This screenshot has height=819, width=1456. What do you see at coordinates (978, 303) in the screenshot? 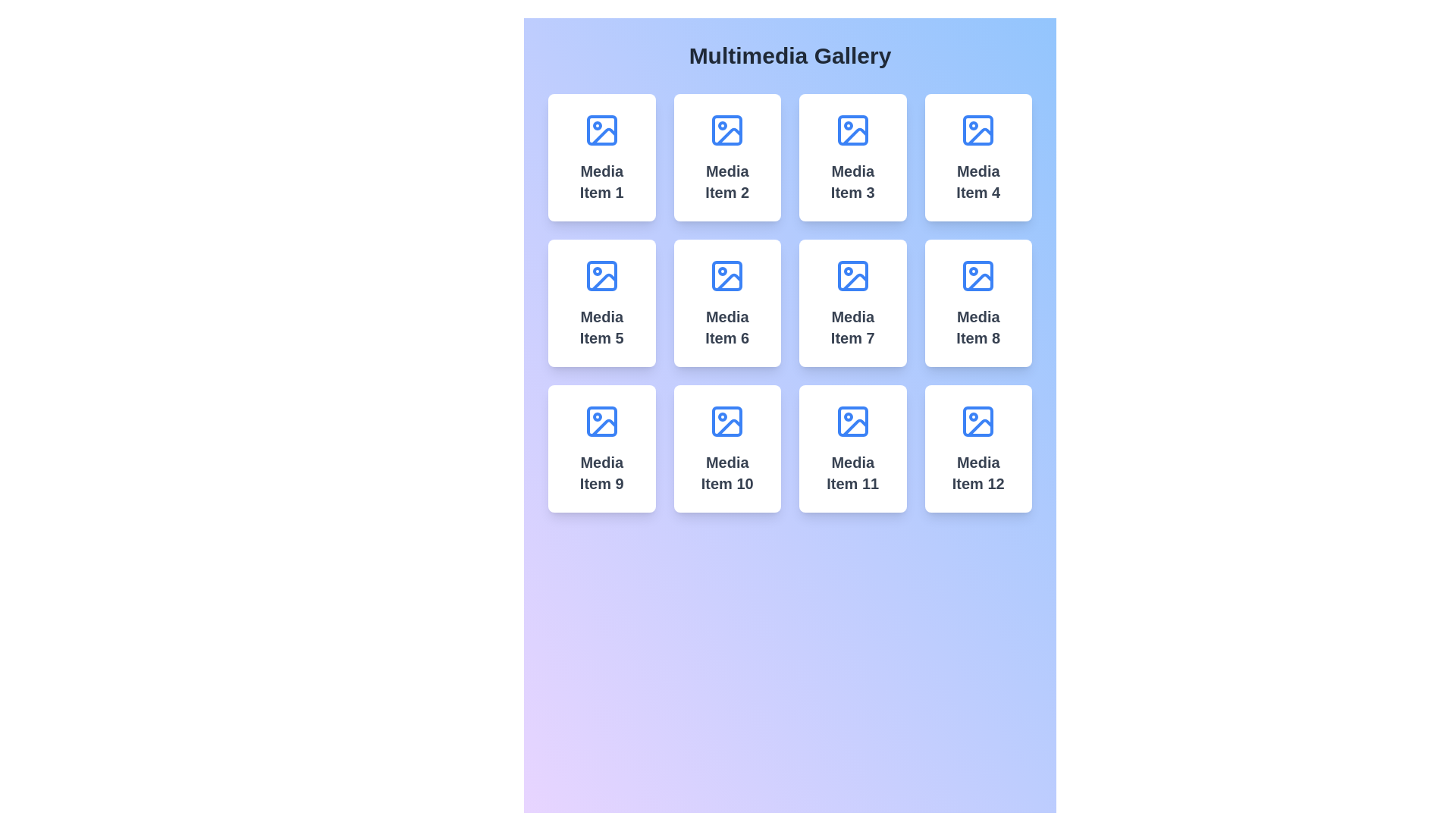
I see `the interactive media card representing 'Media Item 8' located in the fourth column and second row of the grid layout` at bounding box center [978, 303].